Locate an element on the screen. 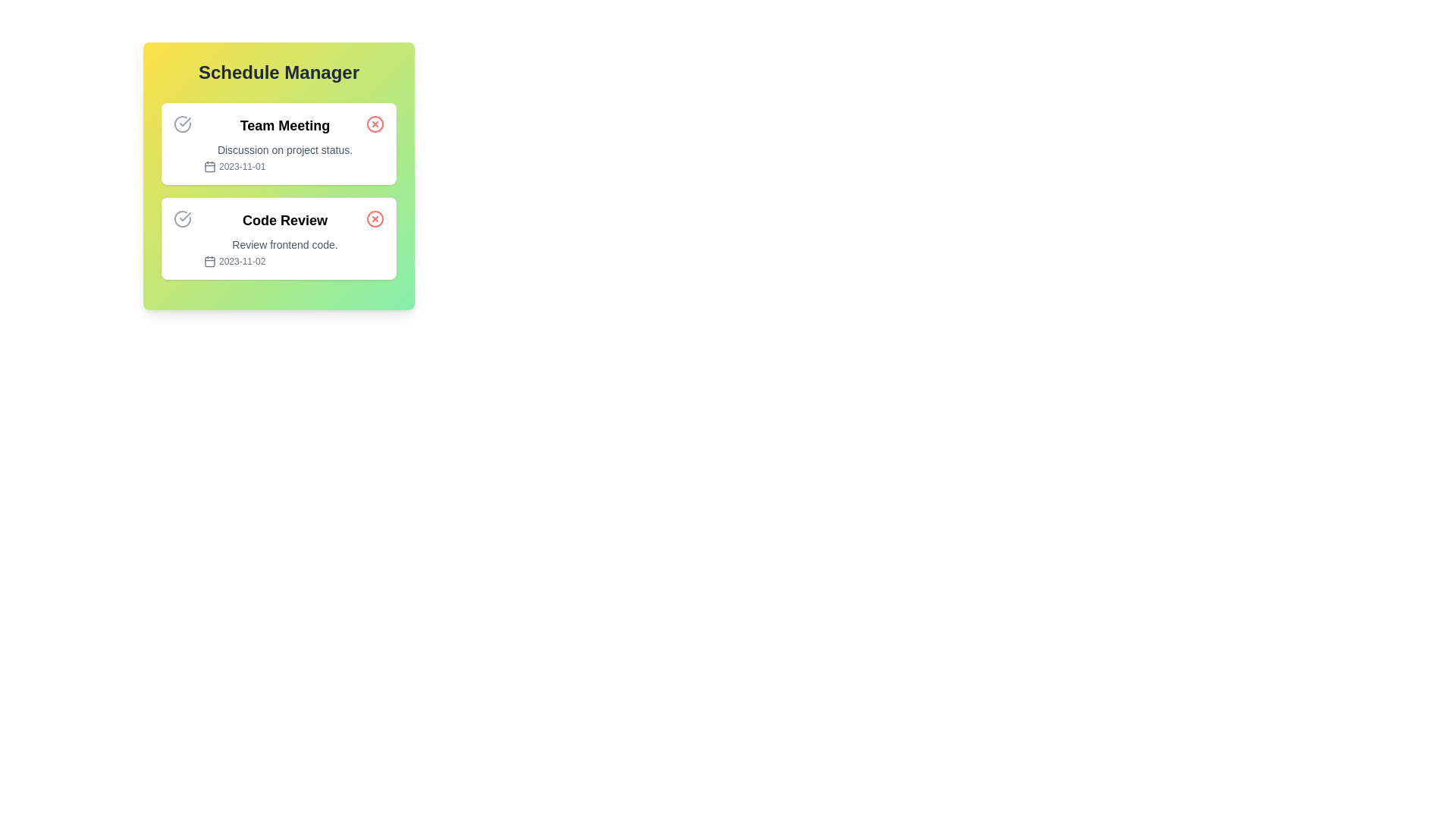  the schedule information component displaying 'Team Meeting' with the date '2023-11-01' is located at coordinates (284, 143).